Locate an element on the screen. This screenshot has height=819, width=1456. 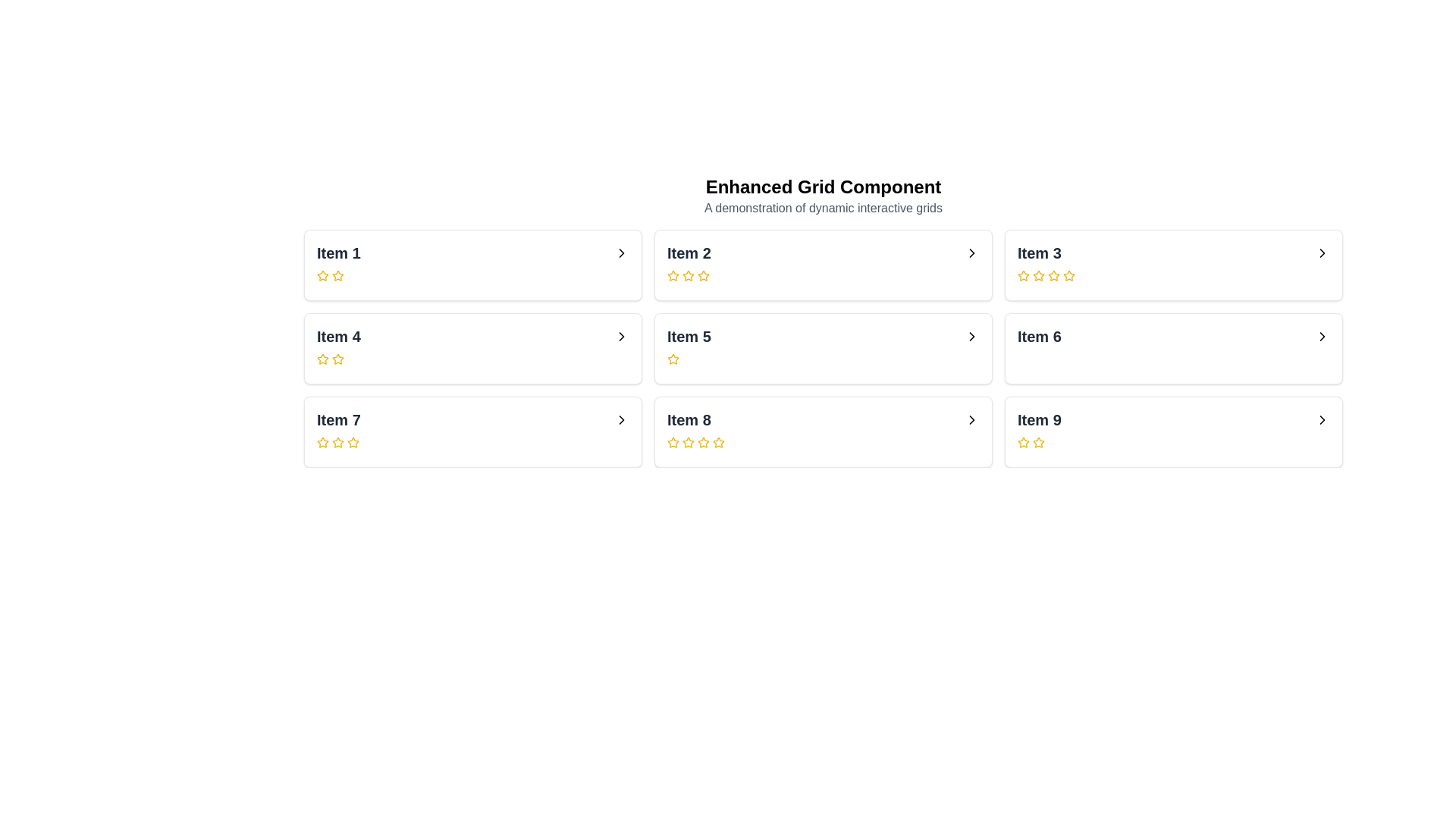
the first star icon in the rating system below 'Item 2' in the second panel to set the rating is located at coordinates (673, 275).